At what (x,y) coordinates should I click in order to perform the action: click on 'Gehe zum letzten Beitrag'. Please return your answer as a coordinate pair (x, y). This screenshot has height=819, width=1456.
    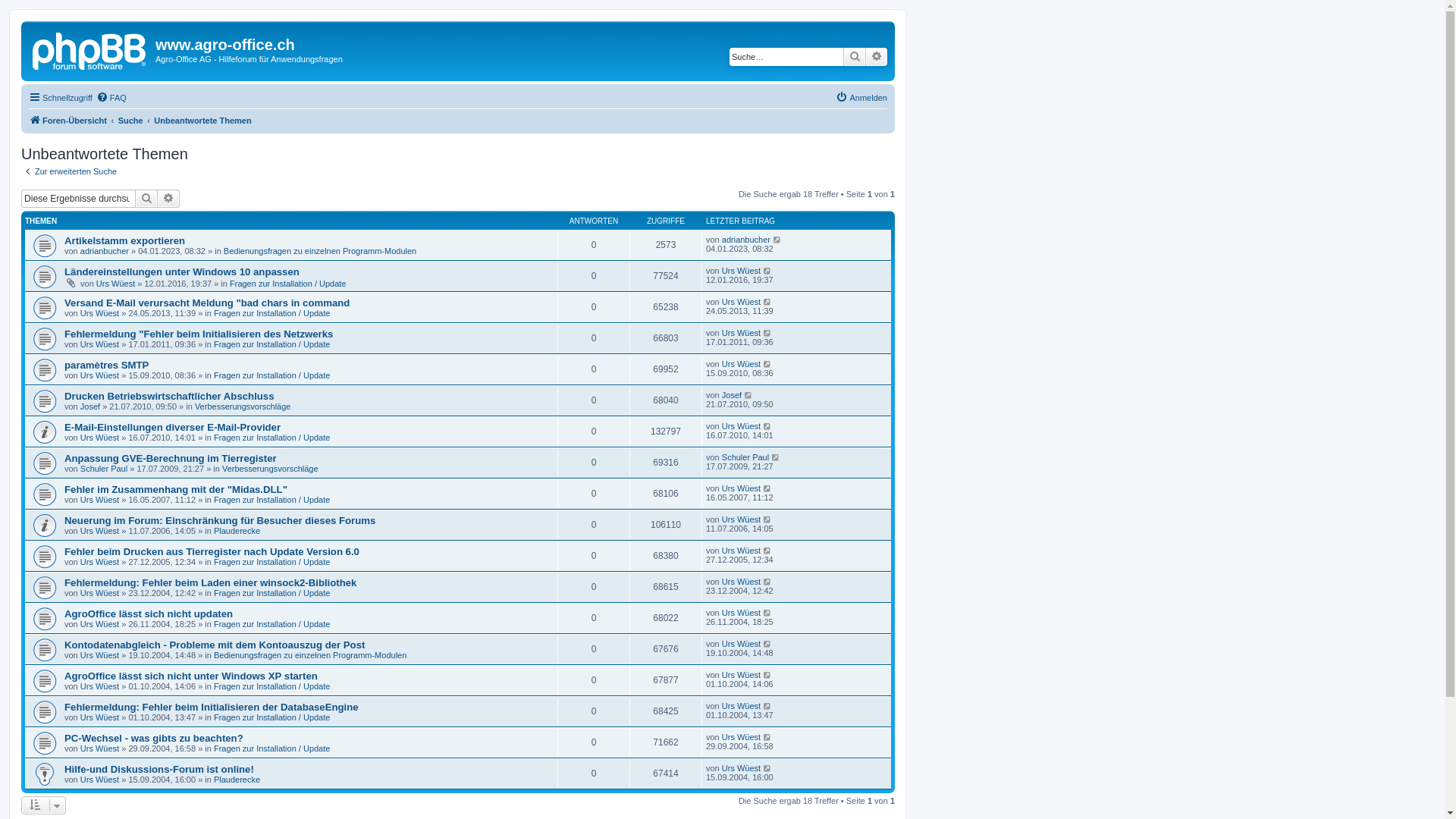
    Looking at the image, I should click on (767, 581).